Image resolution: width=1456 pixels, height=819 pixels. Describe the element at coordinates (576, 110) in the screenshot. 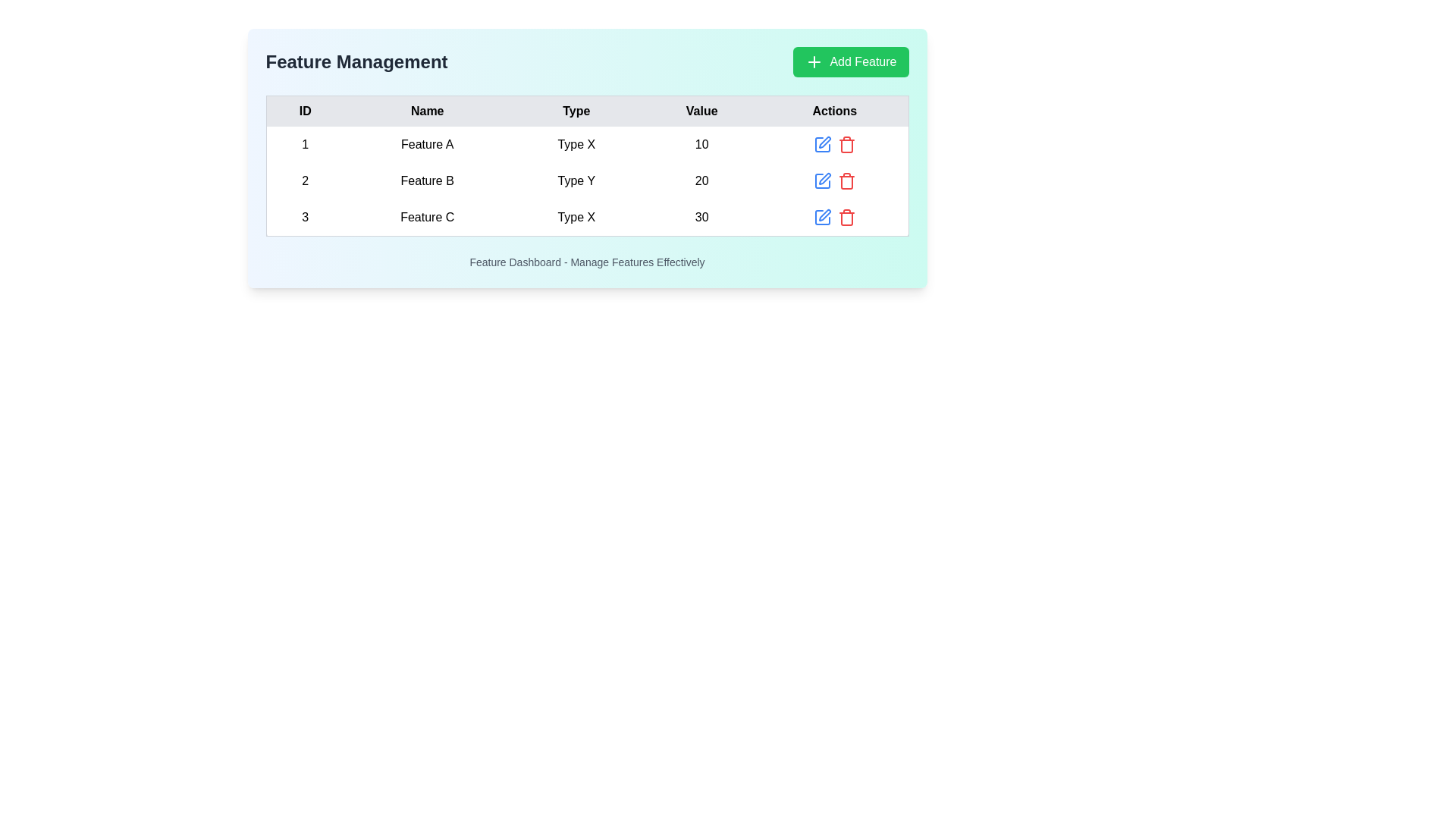

I see `the third column header cell in the table, which serves as a label for the corresponding column indicating the type of each entry` at that location.